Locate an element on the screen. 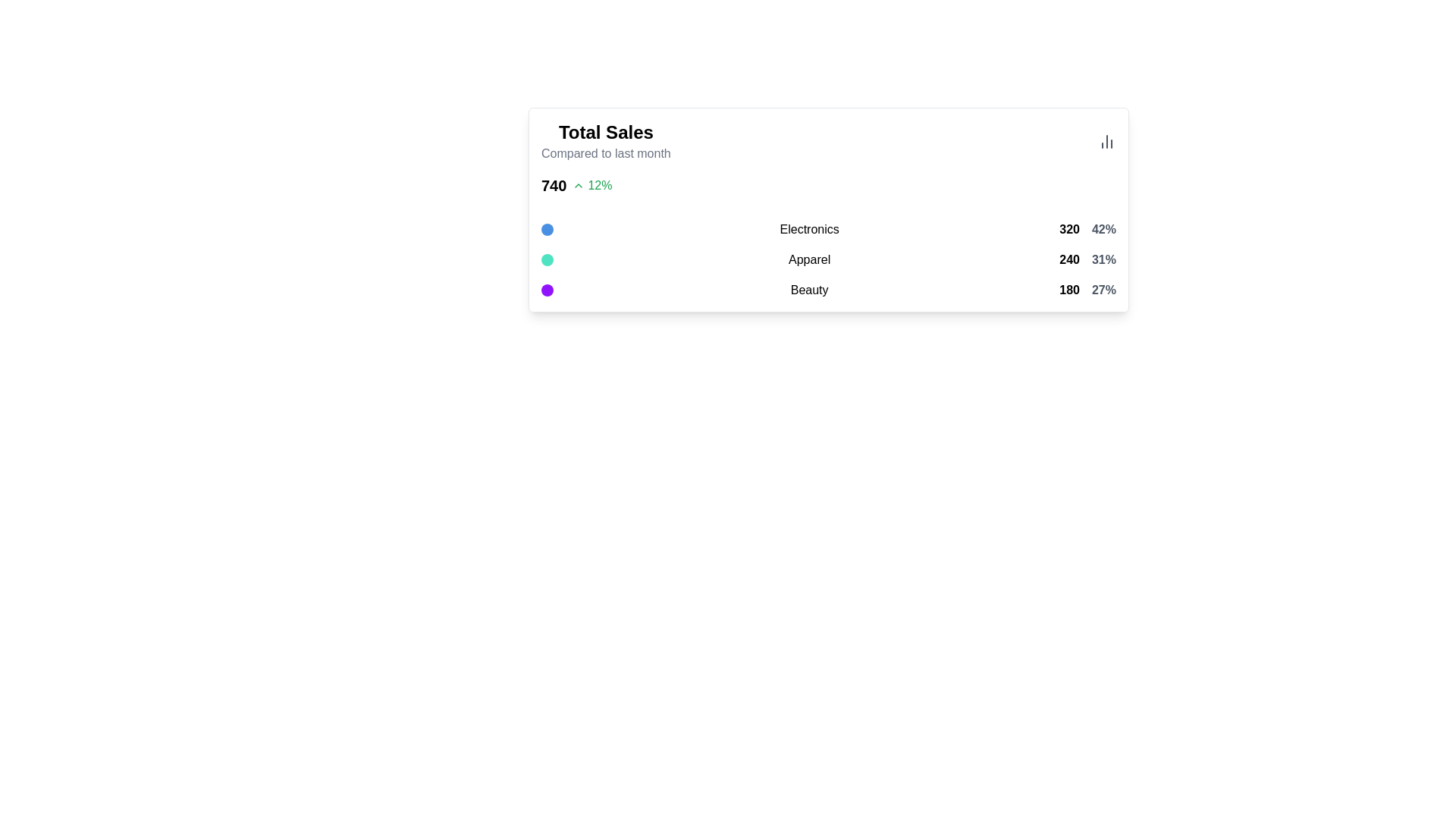 The image size is (1456, 819). the third color indicator icon in the vertical list for the 'Beauty' category, positioned to the left of the 'Beauty' text is located at coordinates (546, 290).